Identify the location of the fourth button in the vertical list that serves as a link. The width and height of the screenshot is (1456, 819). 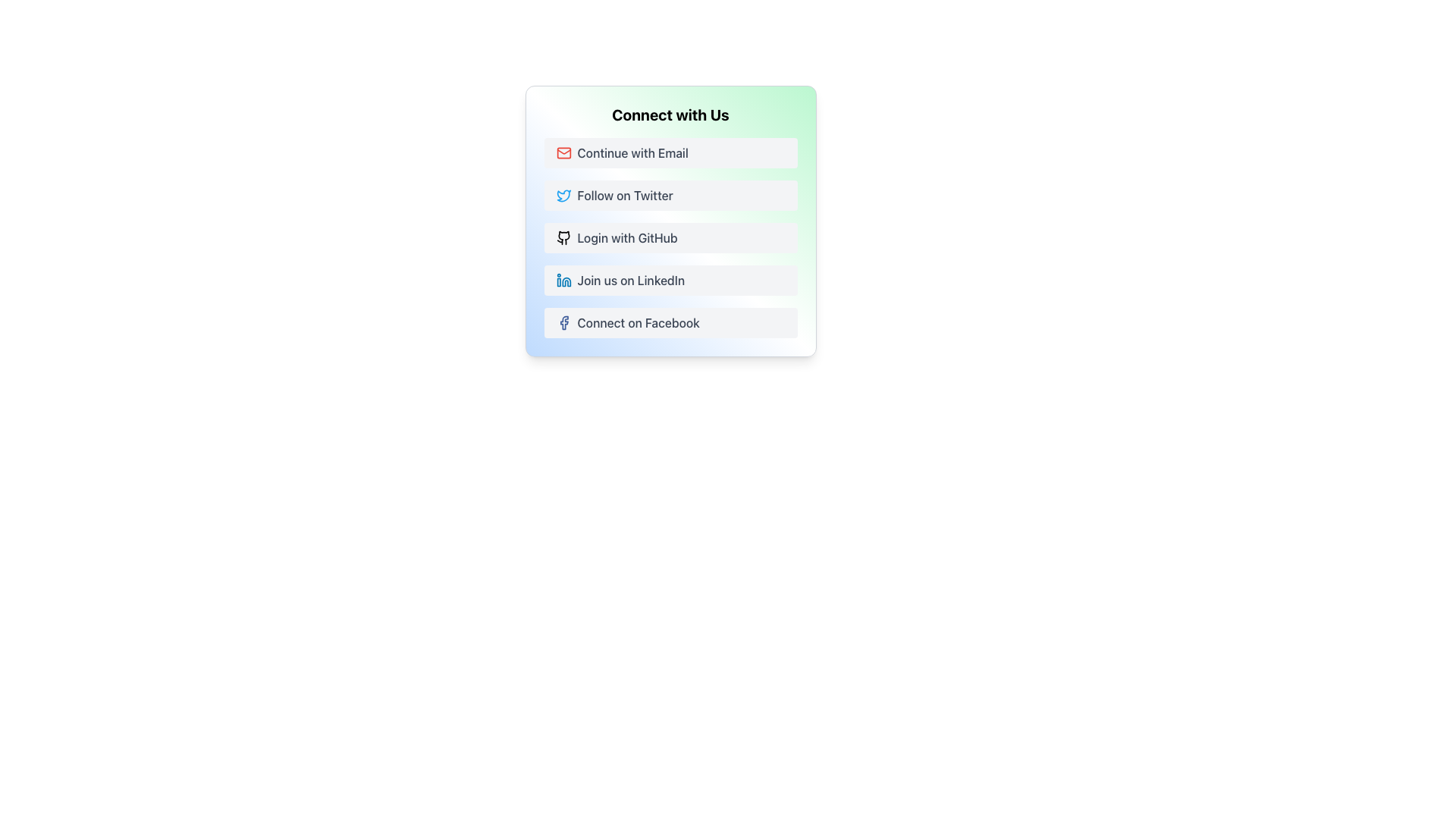
(670, 281).